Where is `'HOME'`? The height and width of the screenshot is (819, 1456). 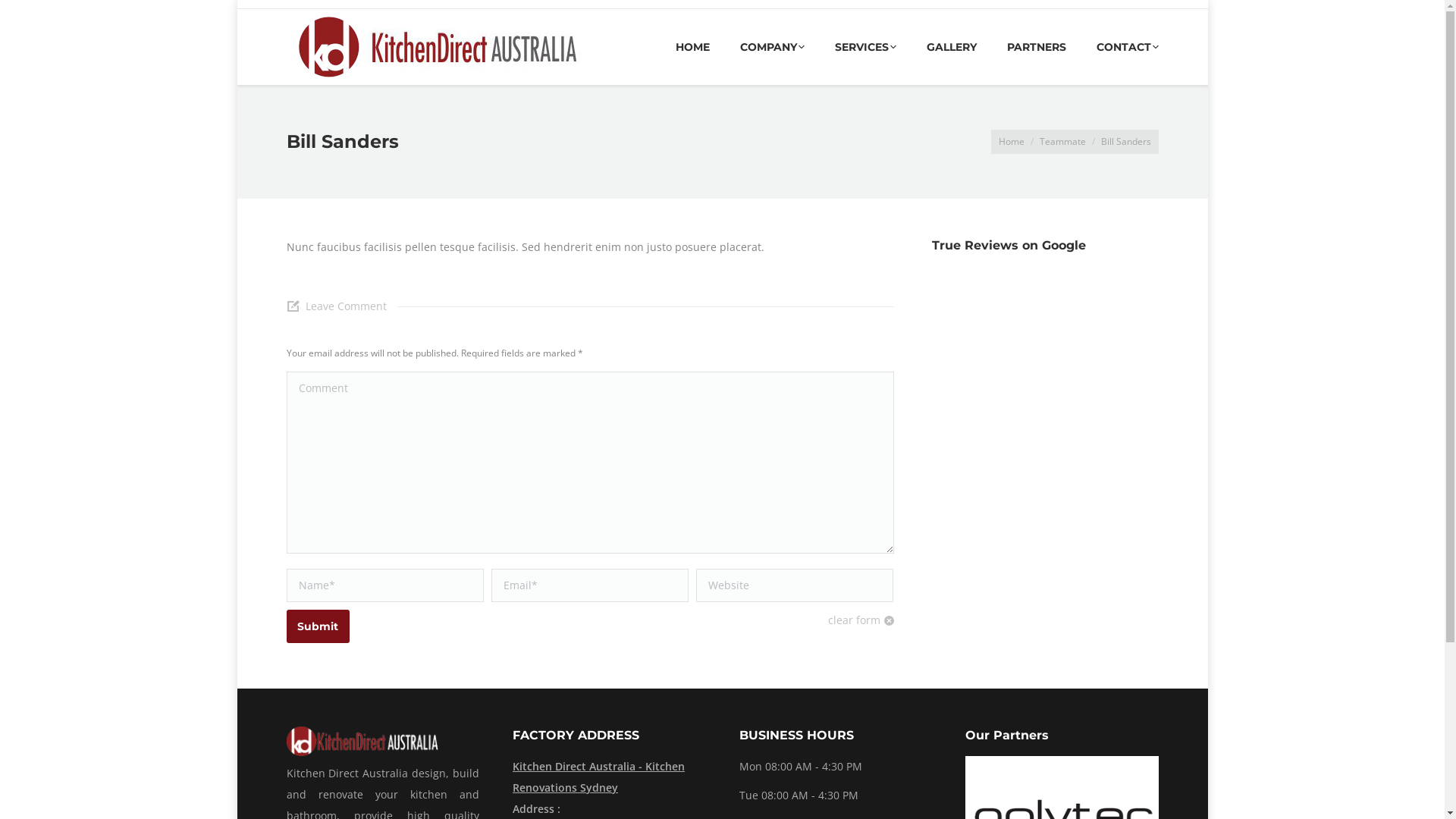
'HOME' is located at coordinates (673, 45).